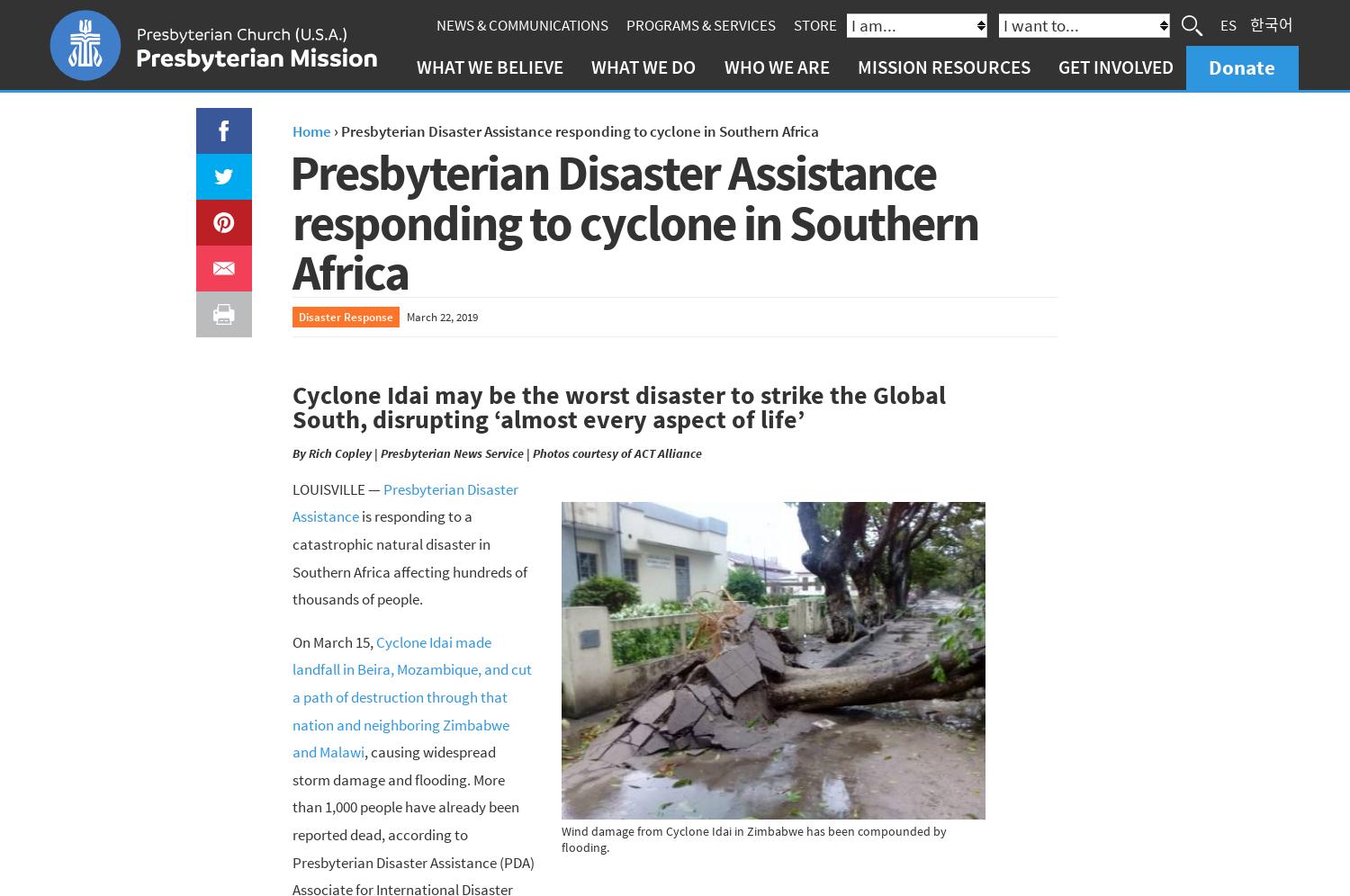 The width and height of the screenshot is (1350, 896). Describe the element at coordinates (346, 315) in the screenshot. I see `'Disaster Response'` at that location.